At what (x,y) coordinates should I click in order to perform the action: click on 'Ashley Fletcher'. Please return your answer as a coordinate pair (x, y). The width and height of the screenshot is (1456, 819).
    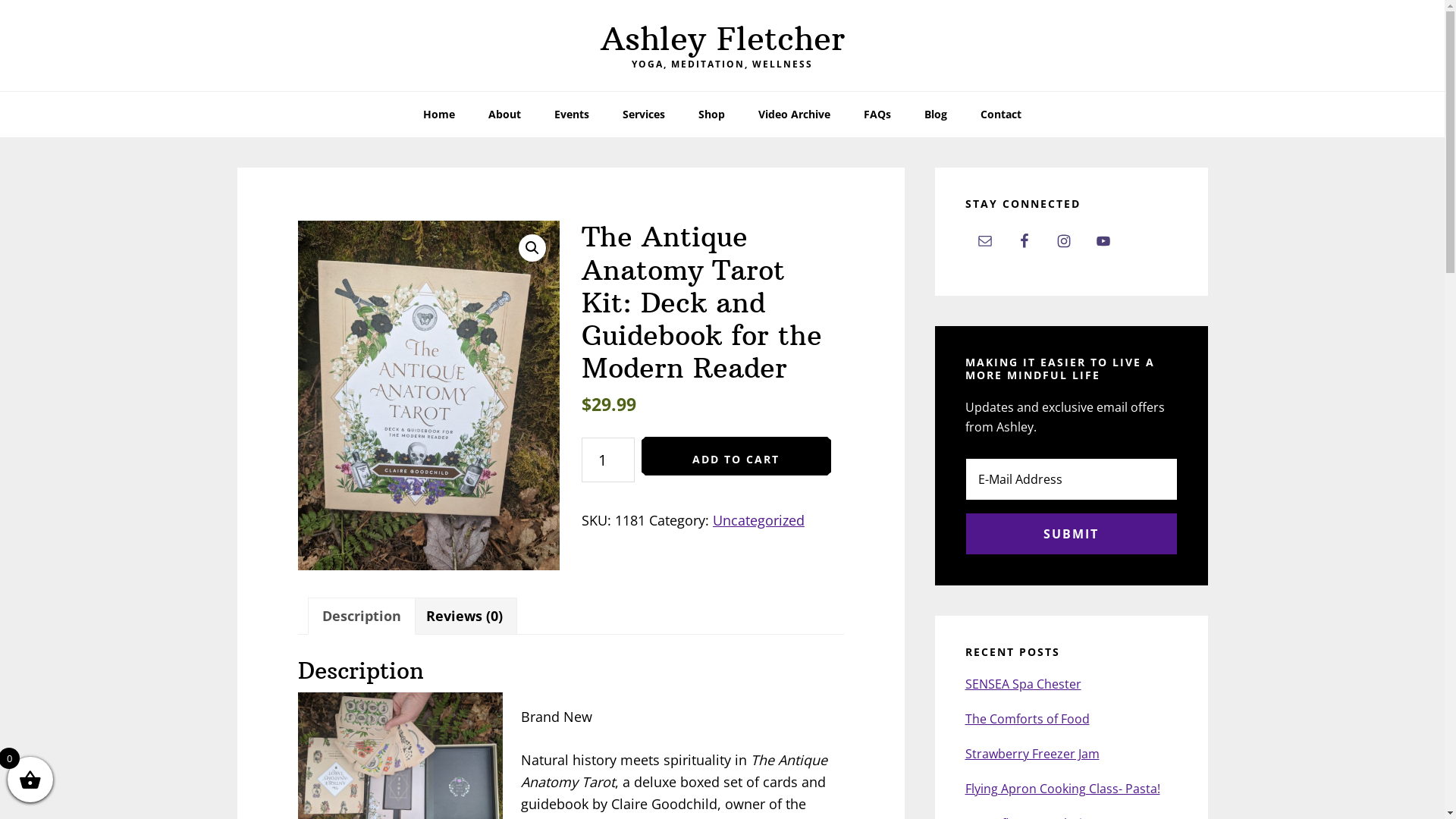
    Looking at the image, I should click on (722, 37).